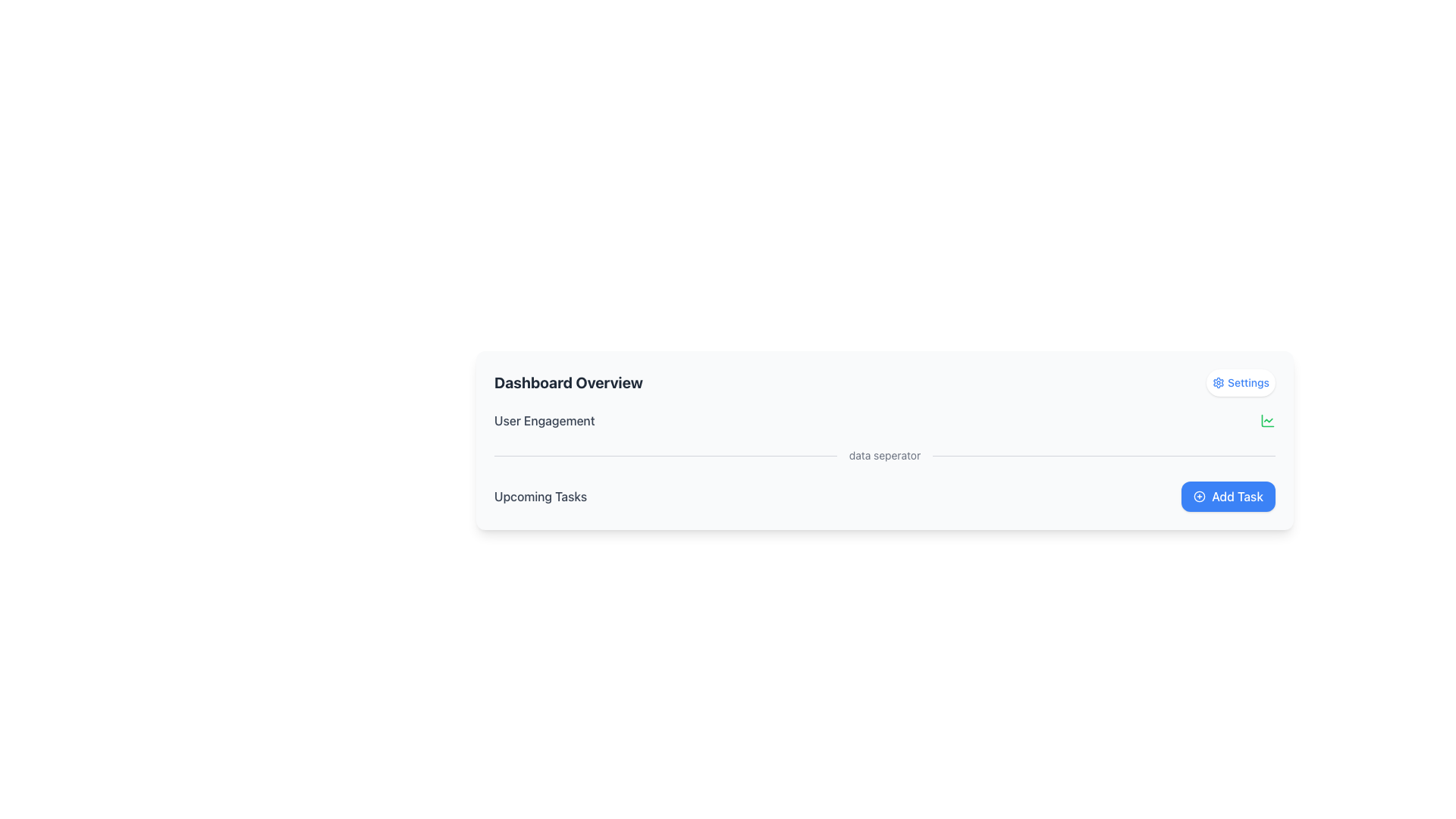  I want to click on the static text header that provides context for the content displayed below it, located to the far left within a horizontal layout, so click(567, 382).